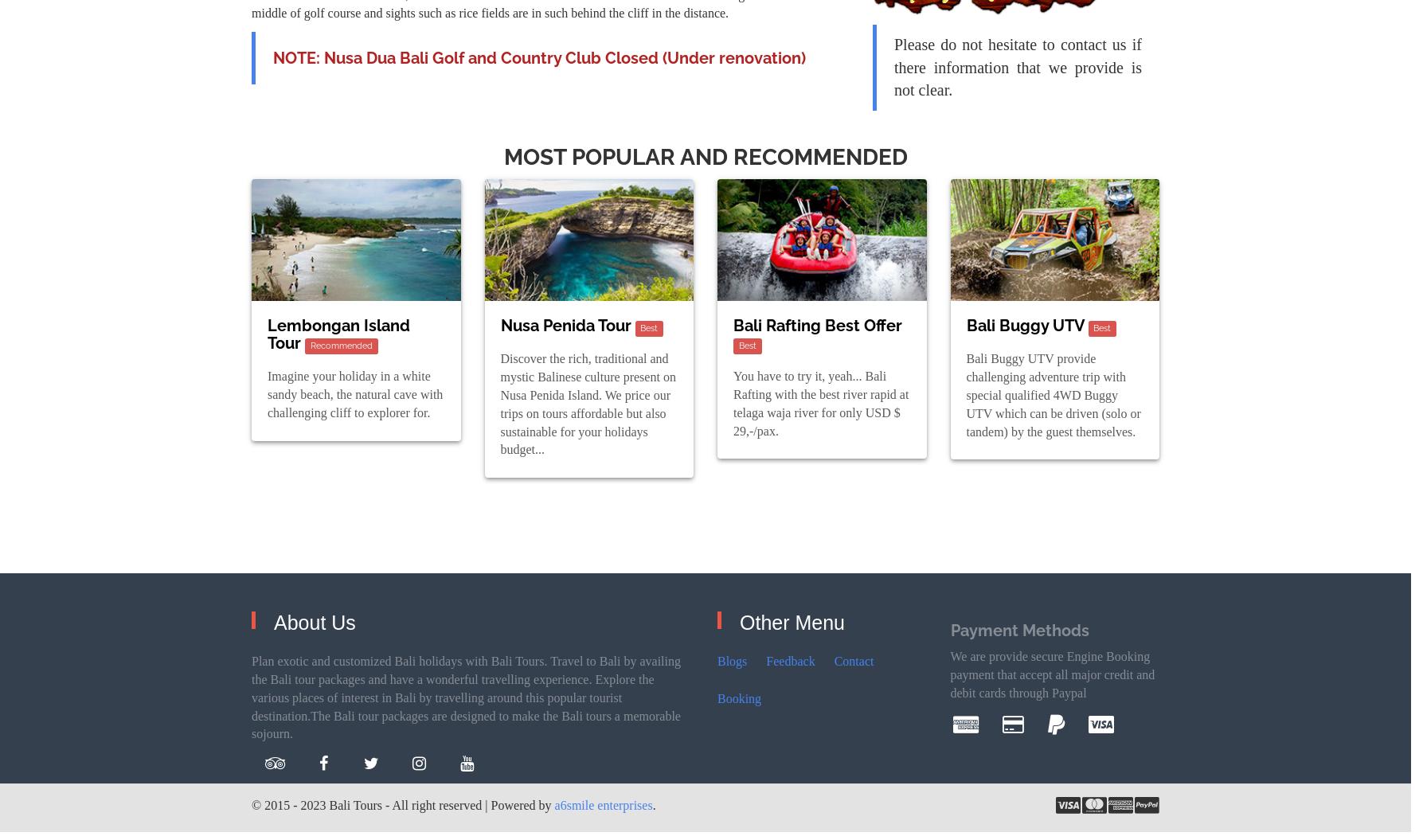 The width and height of the screenshot is (1423, 840). I want to click on 'Plan exotic and customized Bali holidays with Bali Tours. Travel to Bali by availing the Bali tour packages and have a wonderful travelling experience. Explore the various places of interest in Bali by travelling around this popular tourist destination.The Bali tour packages are designed to make the Bali tours a memorable sojourn.', so click(465, 697).